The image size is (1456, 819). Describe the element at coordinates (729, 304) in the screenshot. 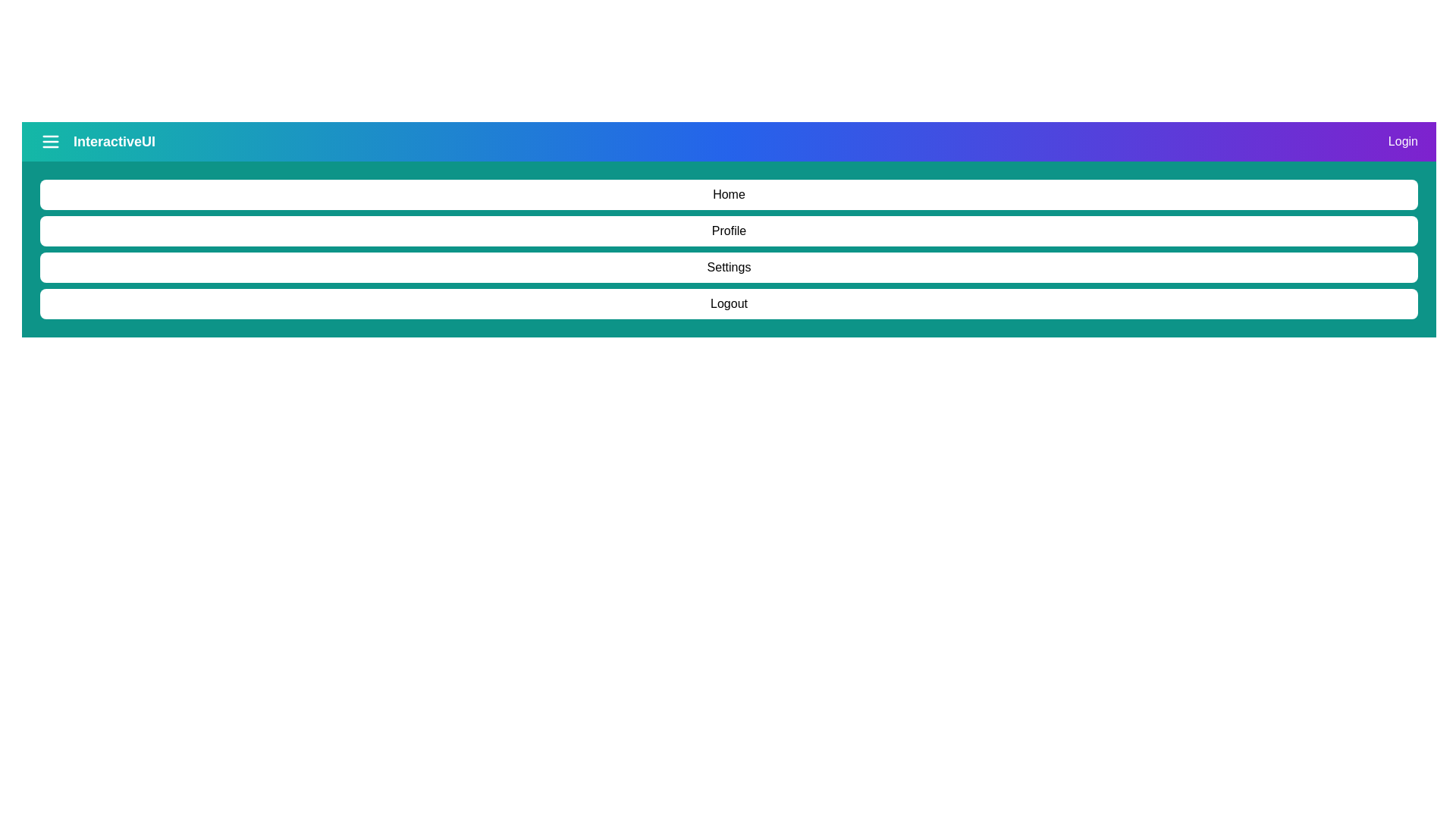

I see `the menu option Logout from the DynamicAppBar` at that location.